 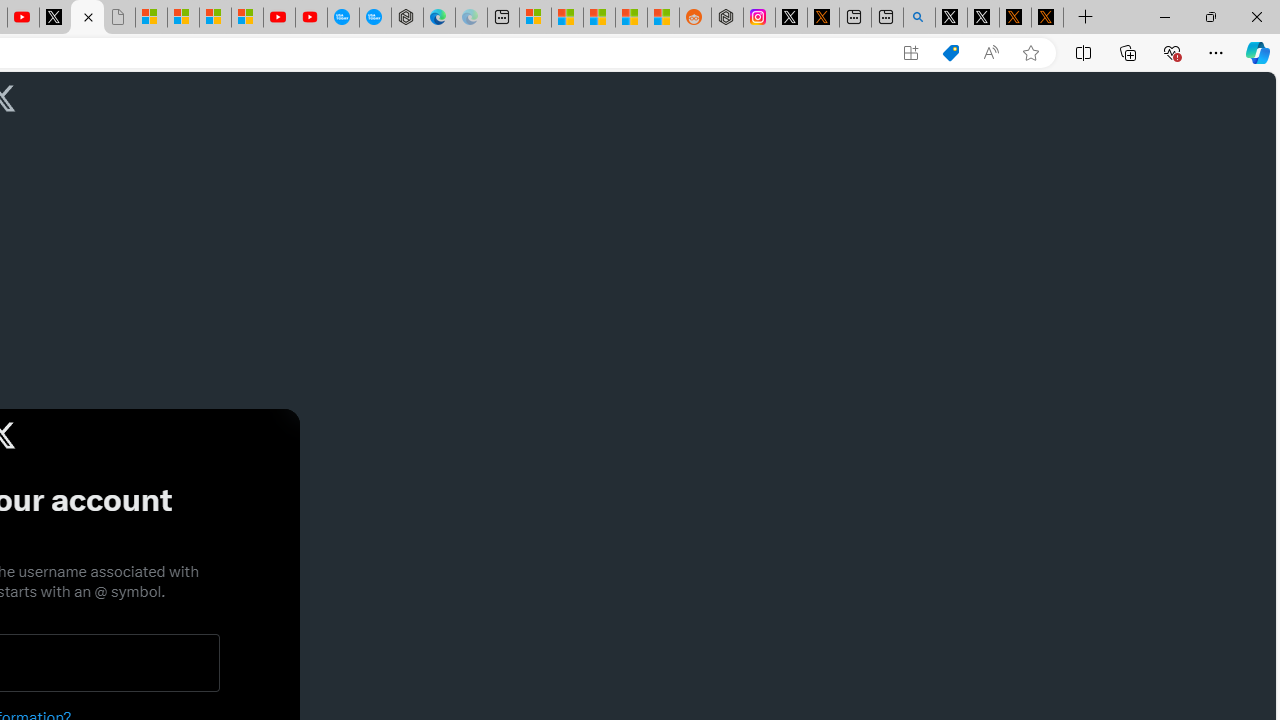 I want to click on 'App available. Install X', so click(x=909, y=52).